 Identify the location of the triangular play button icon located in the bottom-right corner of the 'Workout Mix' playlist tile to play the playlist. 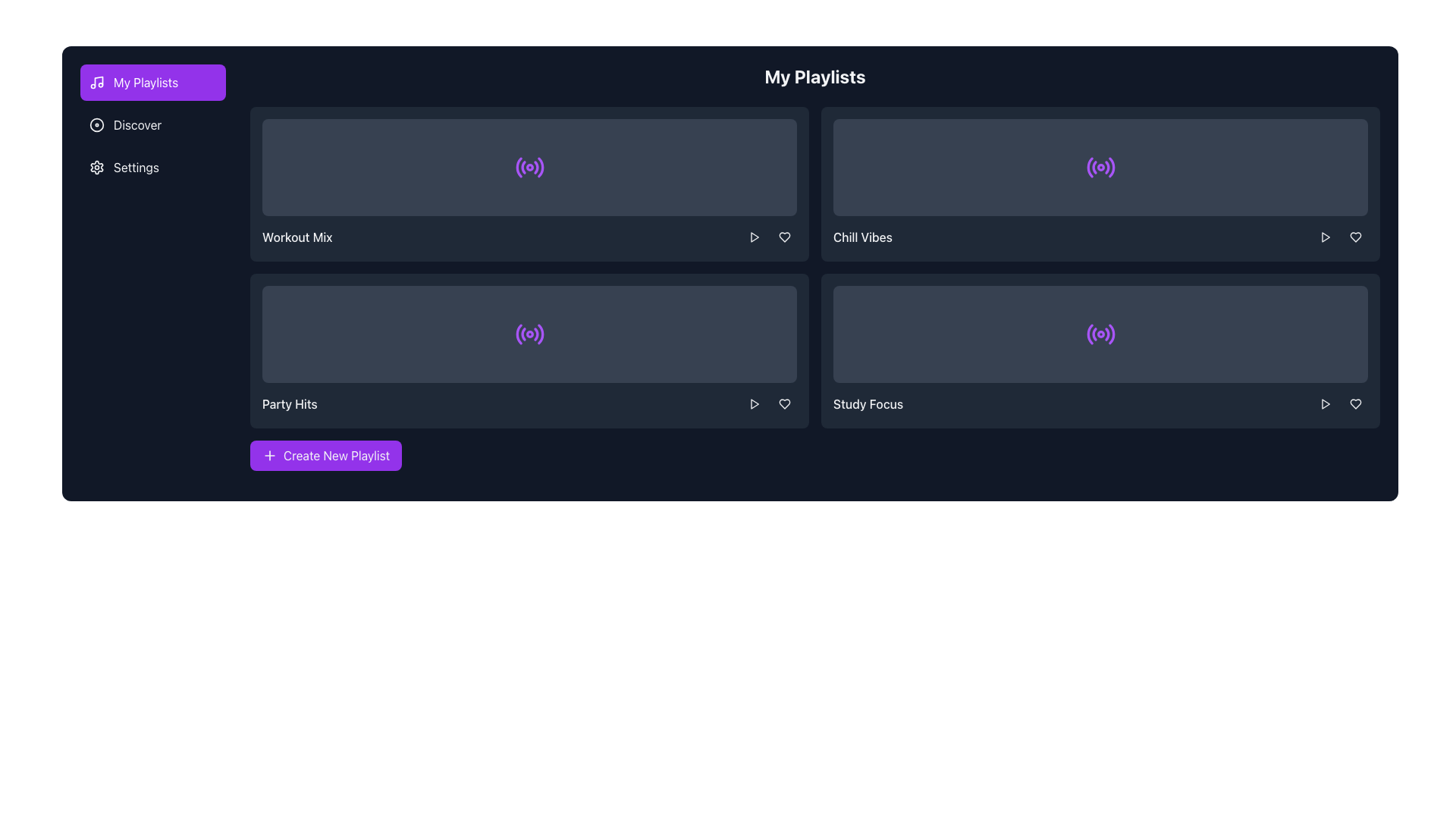
(755, 237).